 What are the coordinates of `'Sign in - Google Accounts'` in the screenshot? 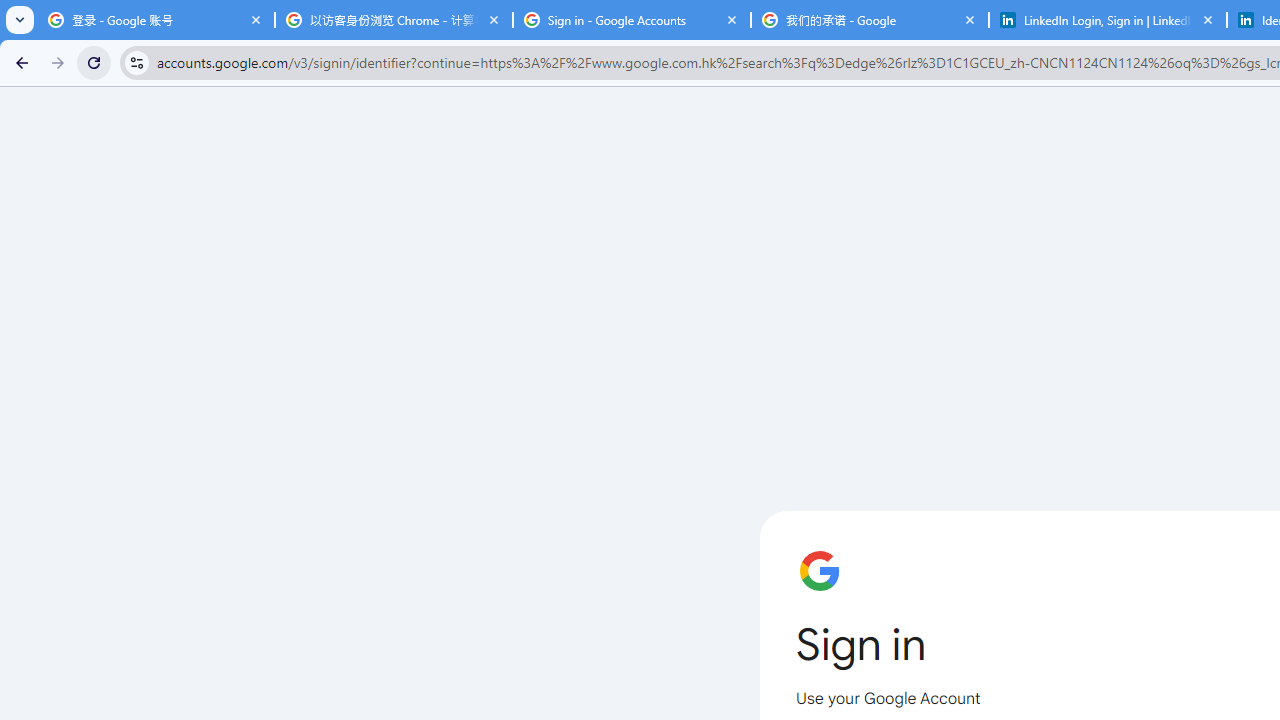 It's located at (631, 20).